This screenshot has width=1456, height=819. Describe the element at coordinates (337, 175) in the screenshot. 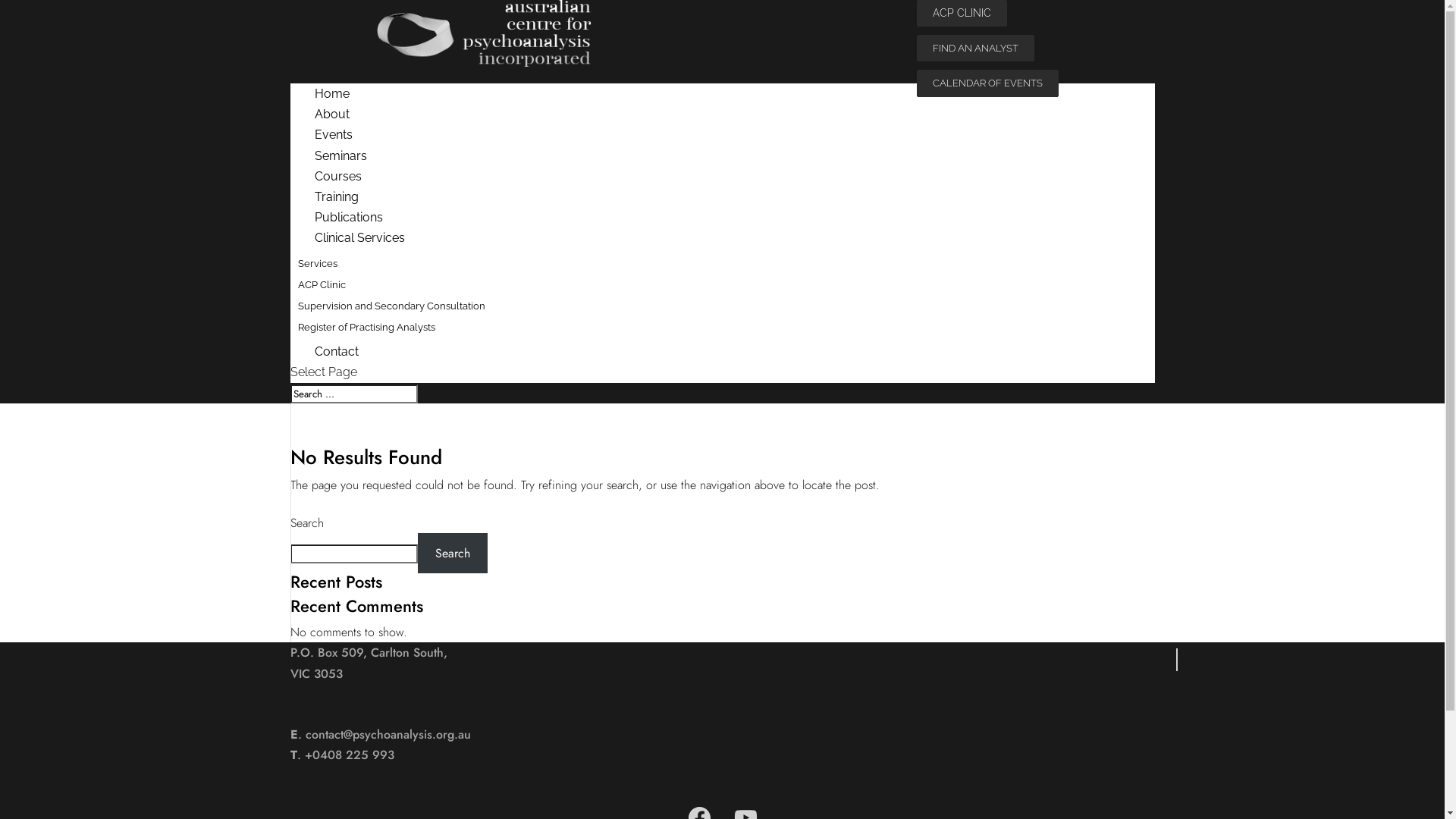

I see `'Courses'` at that location.